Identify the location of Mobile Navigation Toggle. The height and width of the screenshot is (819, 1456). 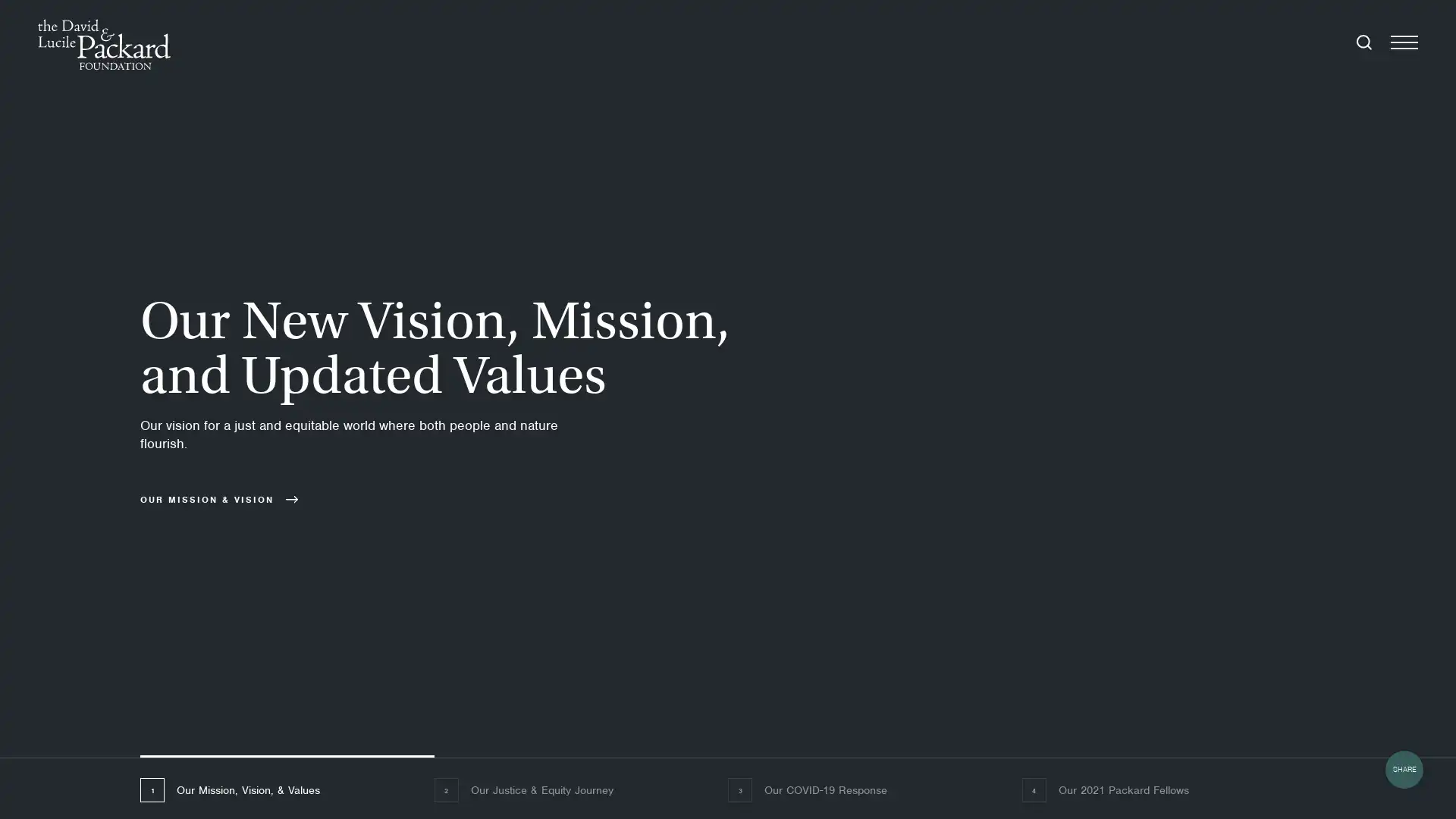
(1404, 43).